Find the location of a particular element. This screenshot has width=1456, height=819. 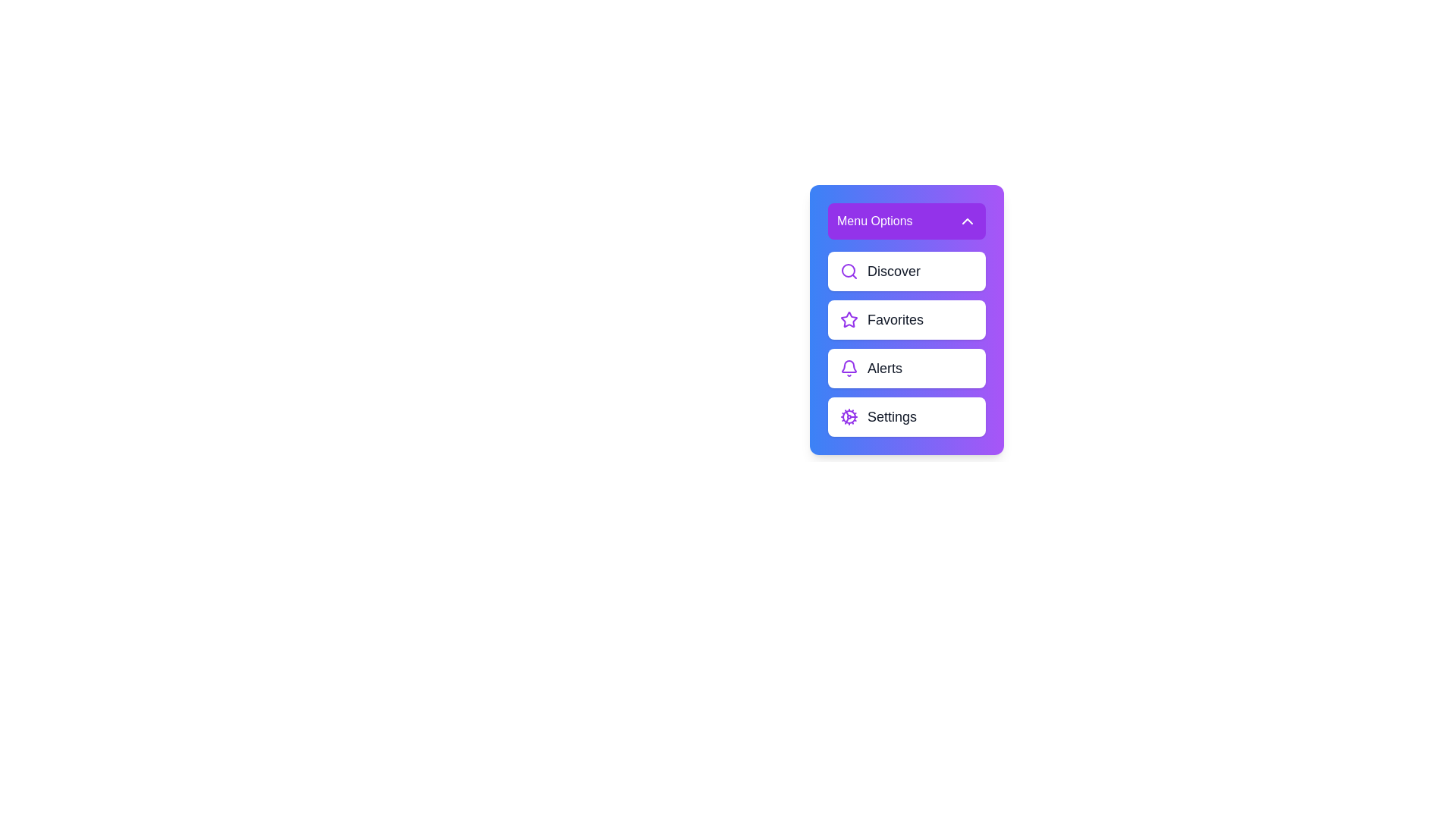

the purple rectangular button labeled 'Menu Options' at the top of the vertical menu card is located at coordinates (906, 221).